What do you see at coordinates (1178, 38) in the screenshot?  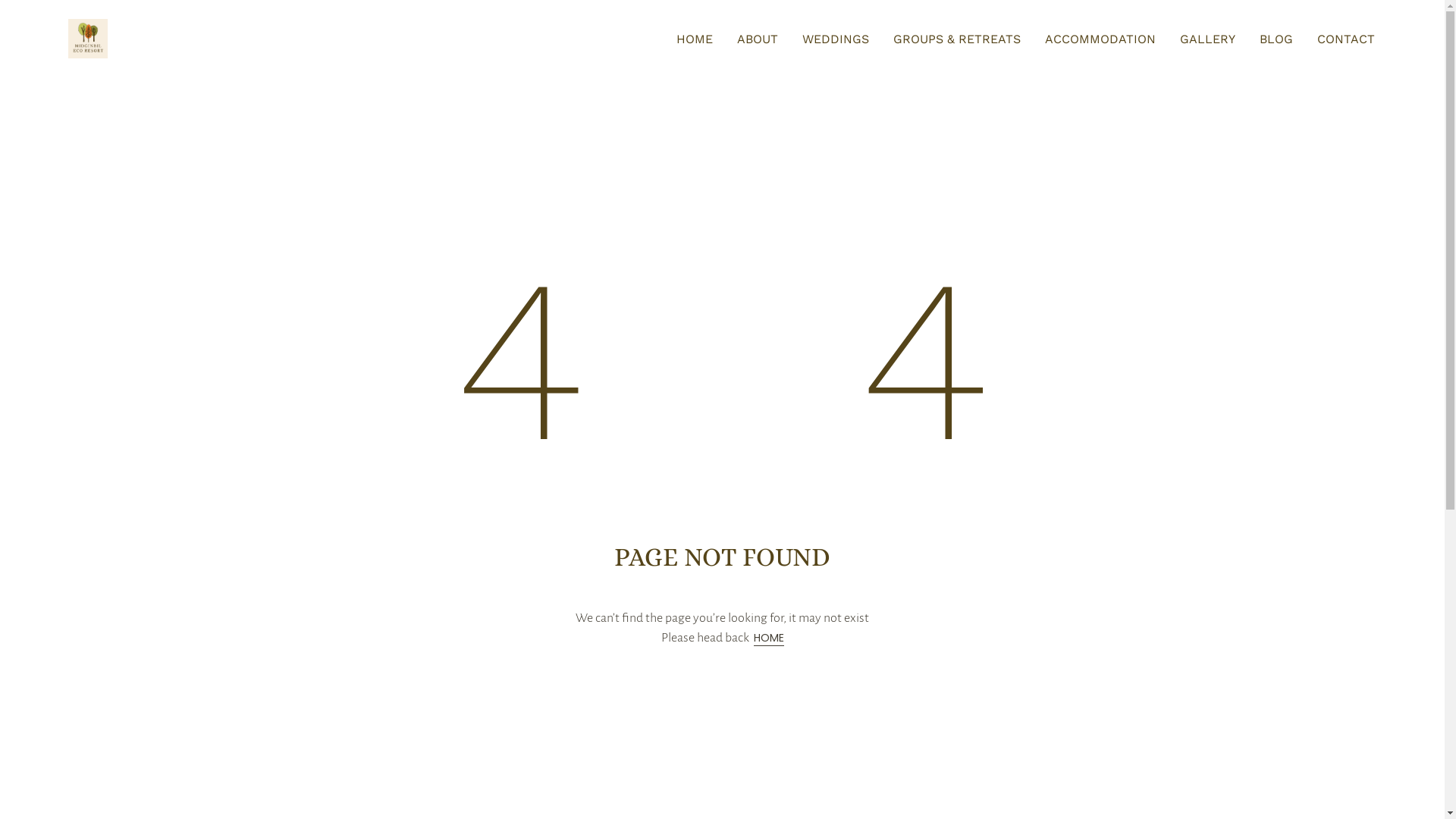 I see `'GALLERY'` at bounding box center [1178, 38].